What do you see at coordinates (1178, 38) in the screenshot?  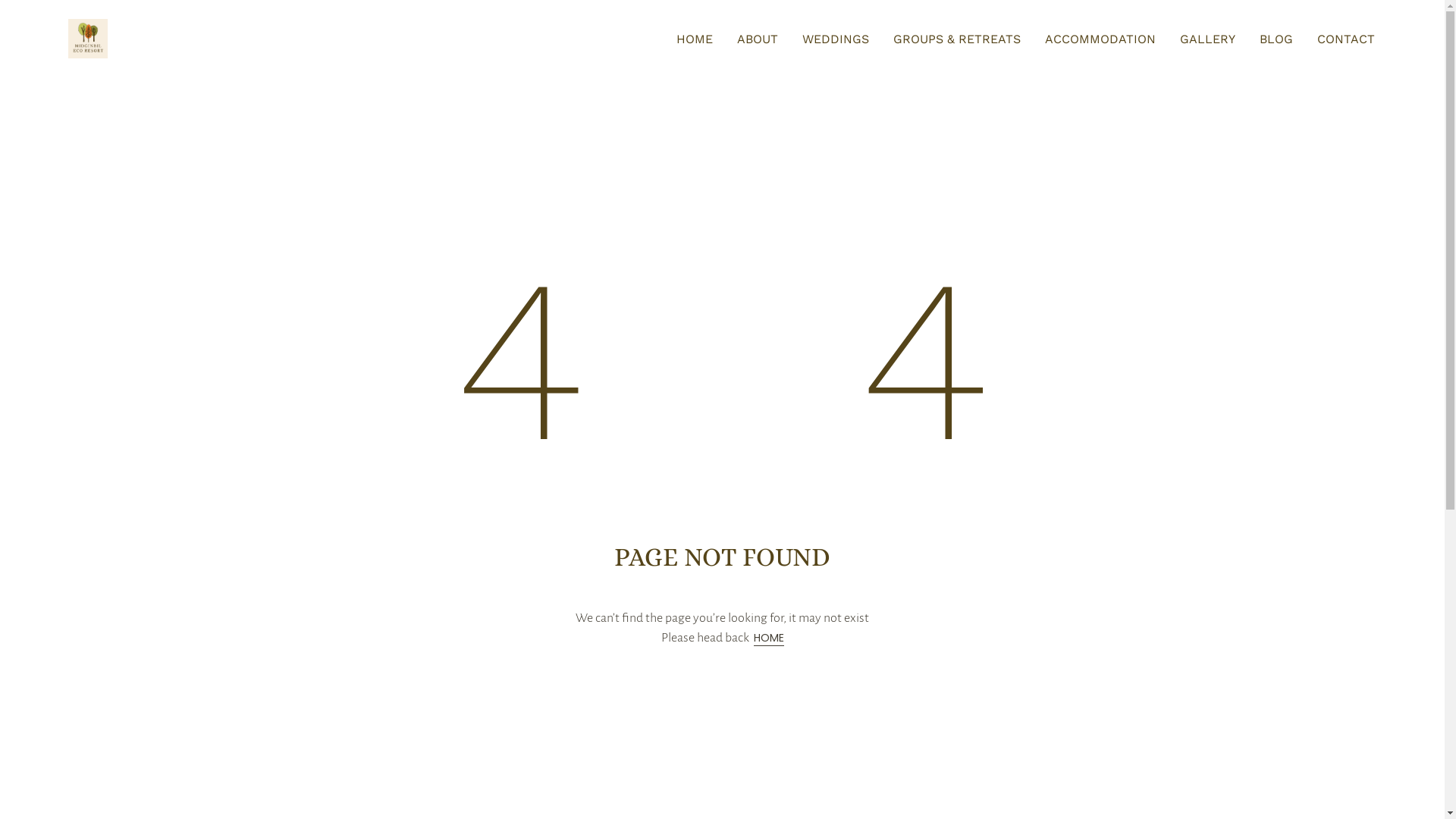 I see `'GALLERY'` at bounding box center [1178, 38].